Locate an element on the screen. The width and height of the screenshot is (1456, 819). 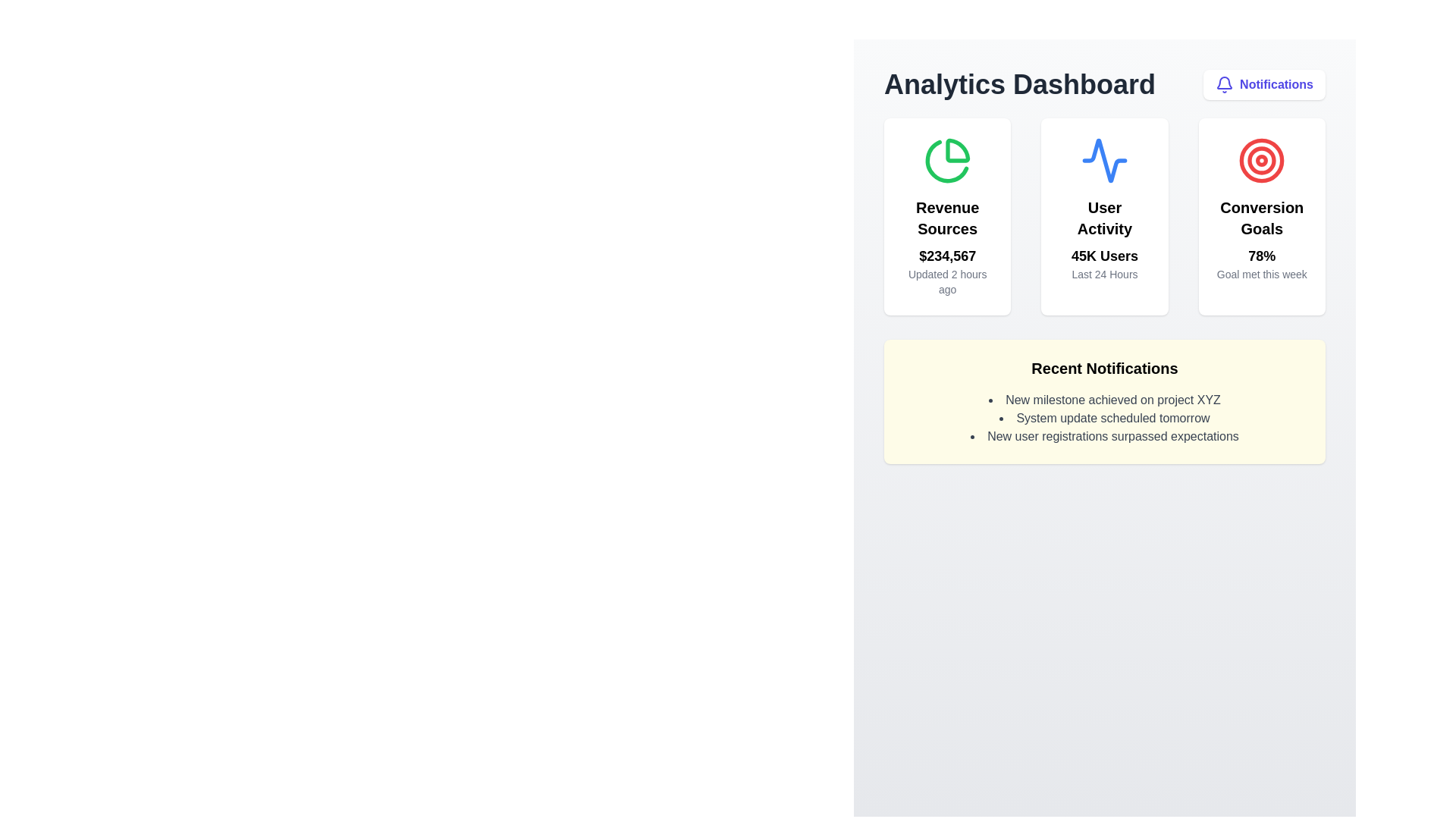
the Informational card displaying metrics titled 'Conversion Goals' from its position is located at coordinates (1262, 216).